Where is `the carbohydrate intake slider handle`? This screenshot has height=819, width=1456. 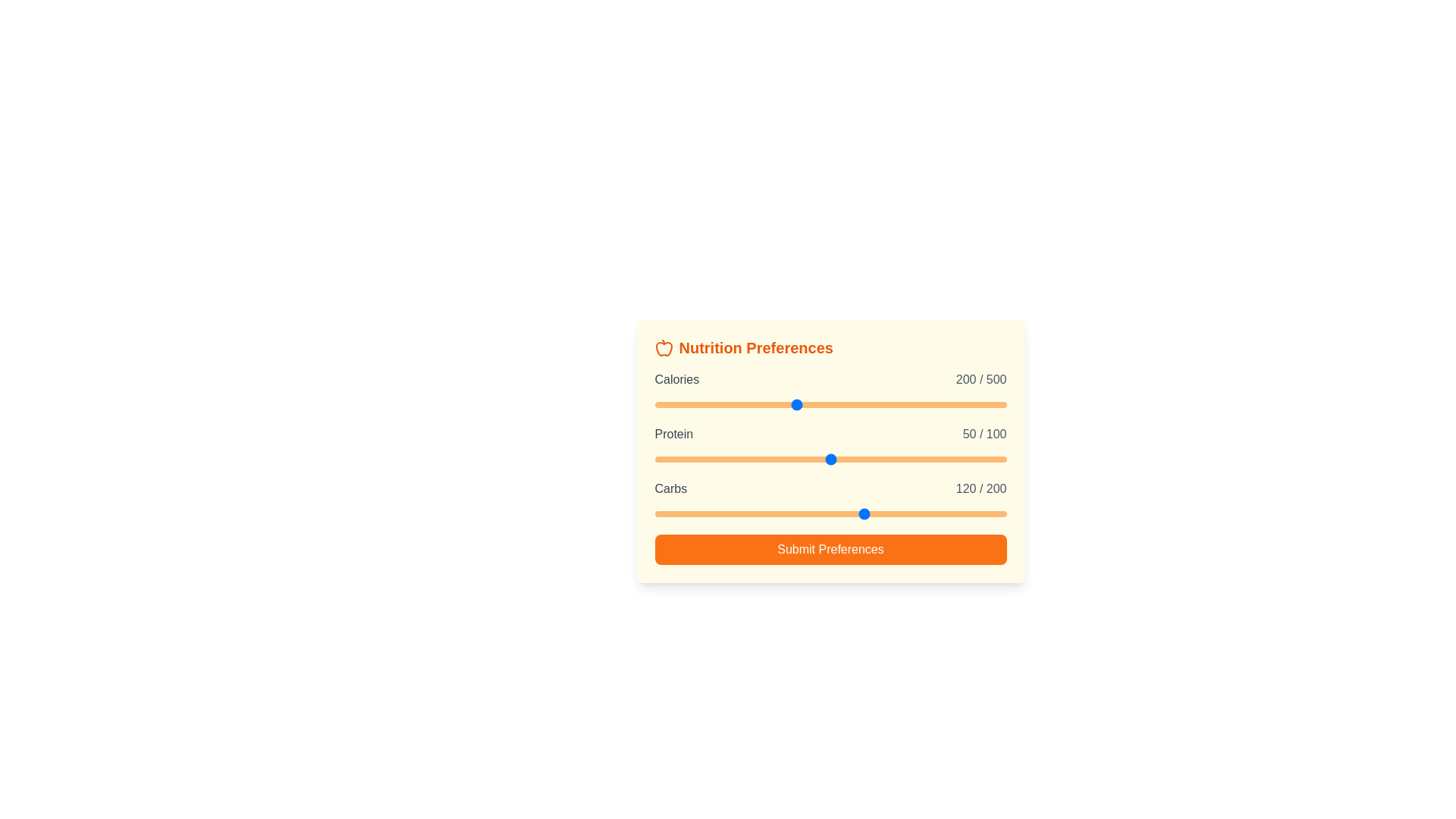
the carbohydrate intake slider handle is located at coordinates (830, 513).